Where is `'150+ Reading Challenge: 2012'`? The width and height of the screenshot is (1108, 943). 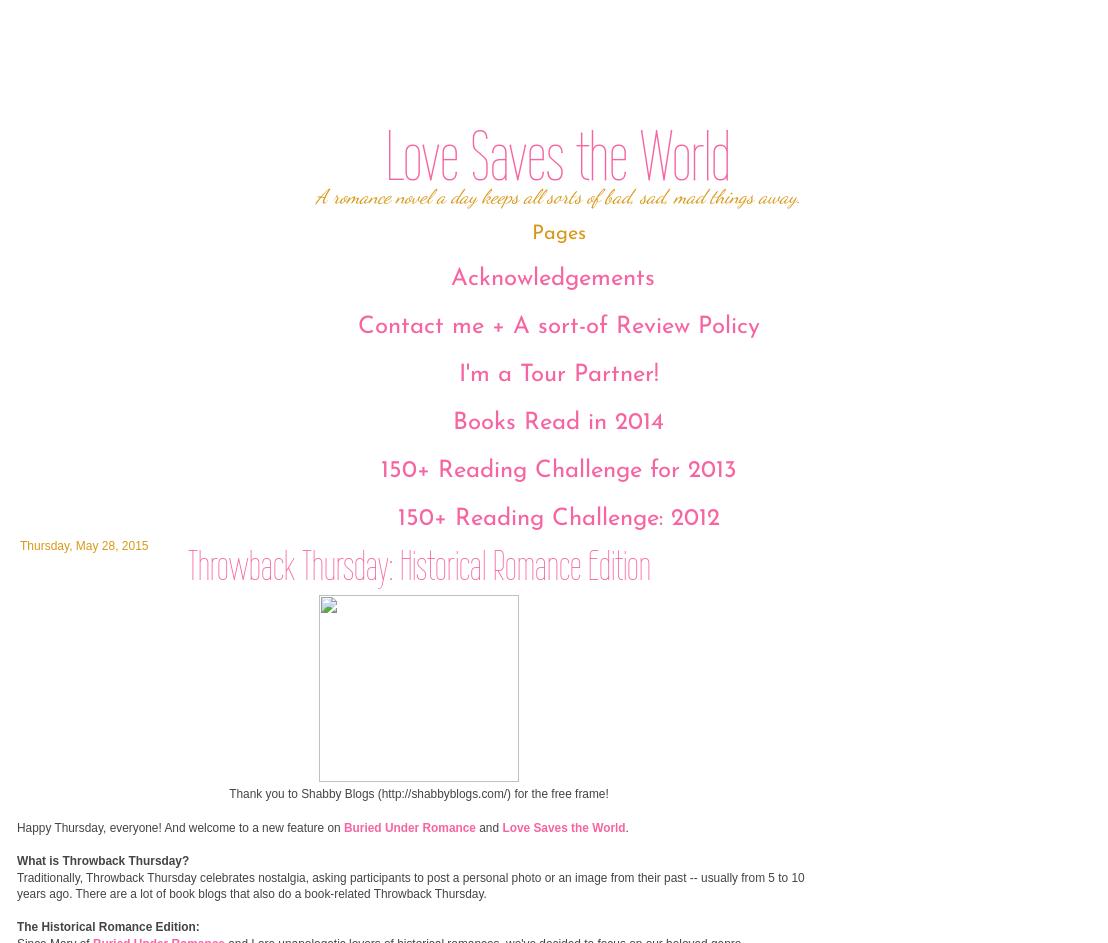
'150+ Reading Challenge: 2012' is located at coordinates (557, 516).